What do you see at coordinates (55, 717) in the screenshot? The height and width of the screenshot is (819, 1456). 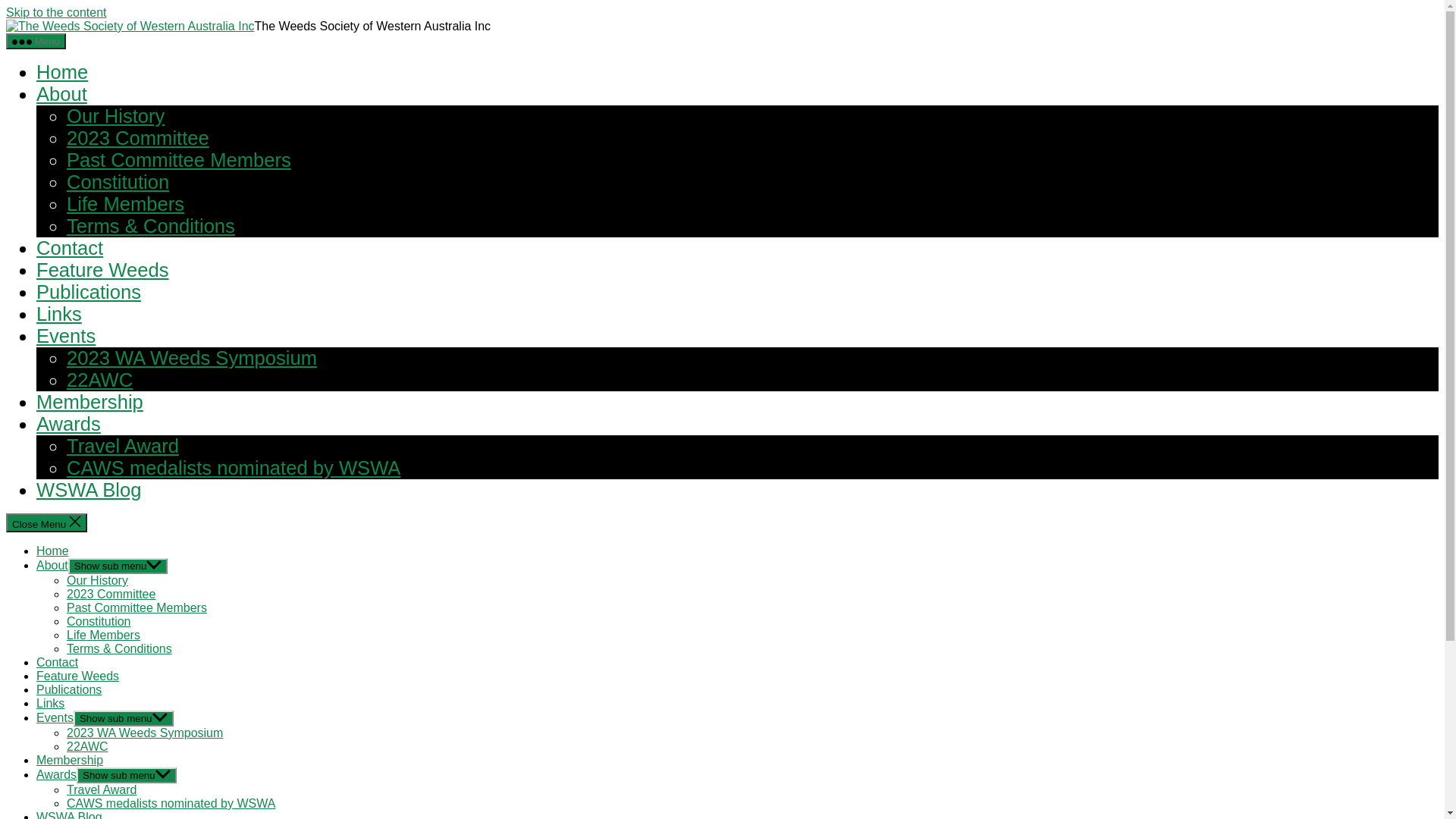 I see `'Events'` at bounding box center [55, 717].